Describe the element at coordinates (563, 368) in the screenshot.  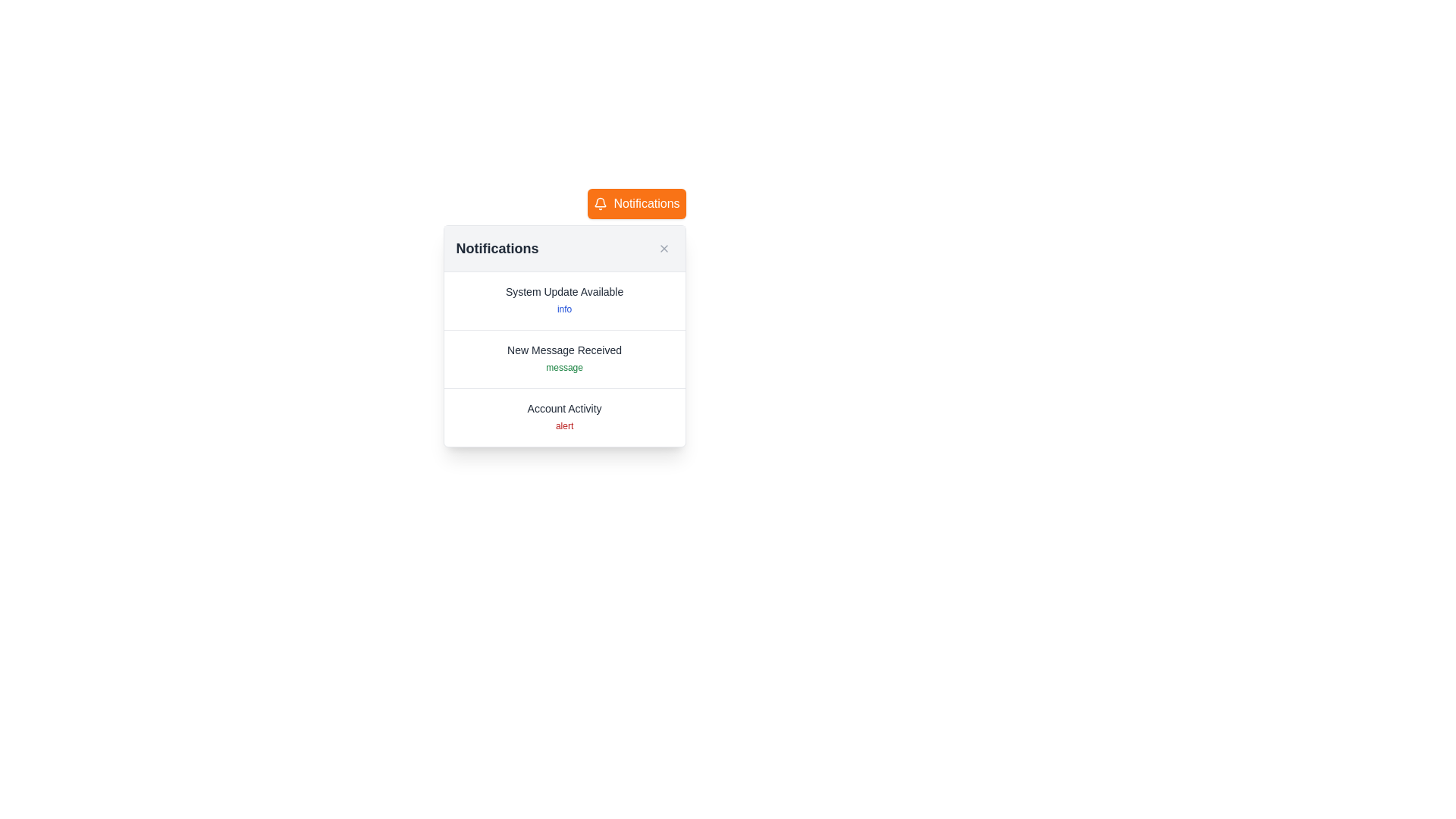
I see `the text label that provides additional information about the notification status, located beneath the 'New Message Received' text in the second row of the notification card` at that location.